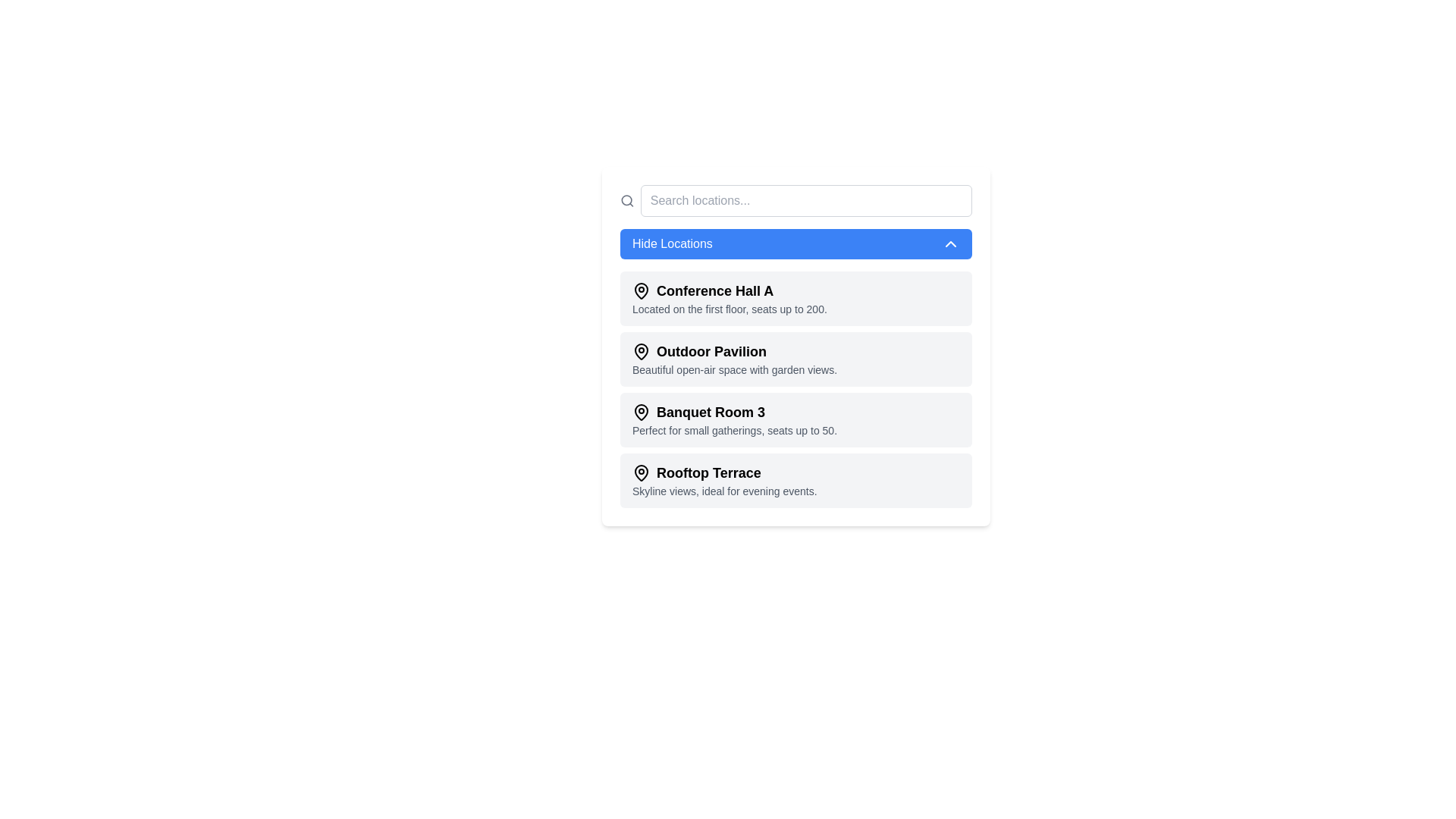 The height and width of the screenshot is (819, 1456). I want to click on the text display for 'Banquet Room 3', which includes the title and description along with a map pin icon, located in the middle region of the card interface, so click(735, 420).